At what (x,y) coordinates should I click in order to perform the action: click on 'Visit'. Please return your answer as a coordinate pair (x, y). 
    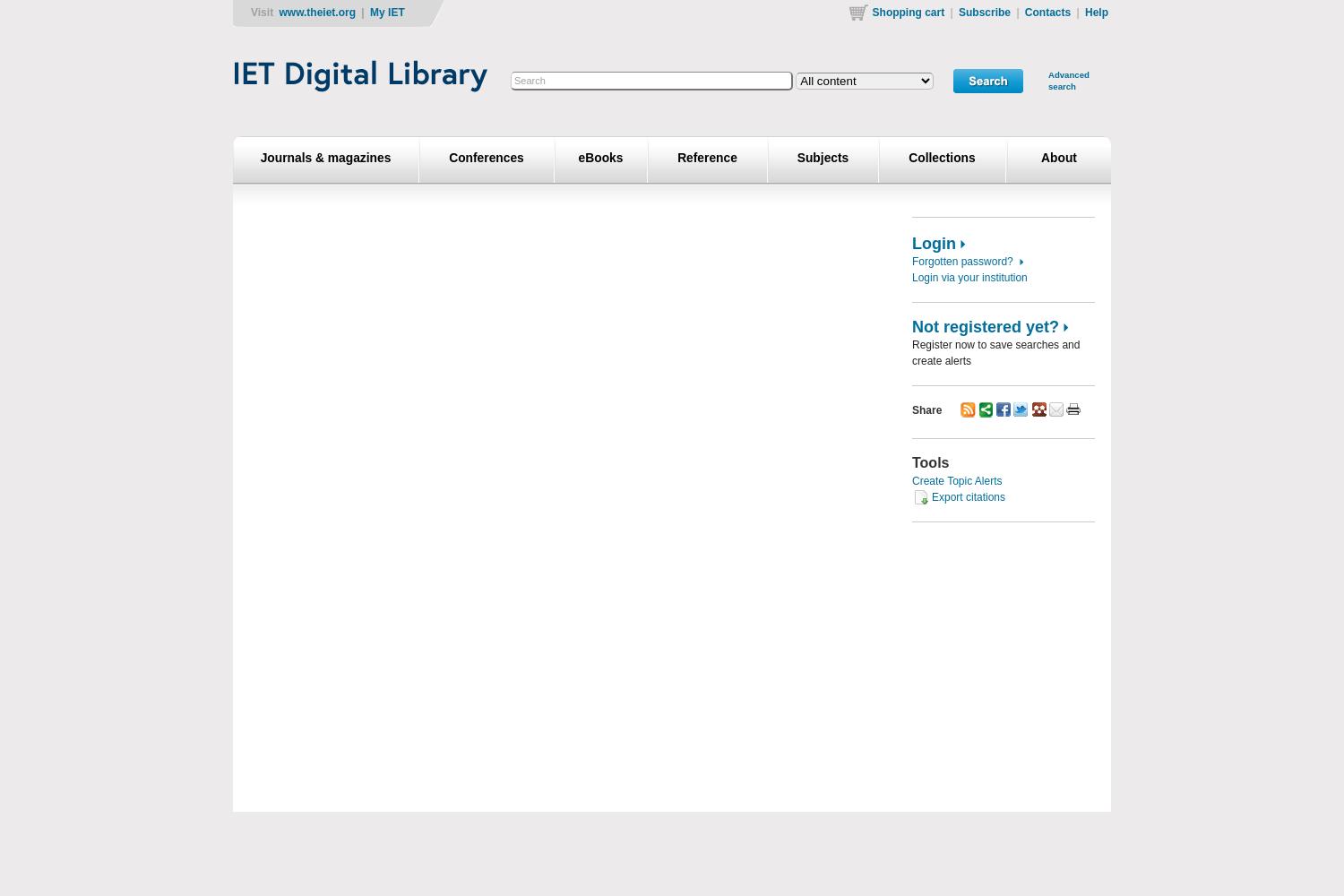
    Looking at the image, I should click on (262, 13).